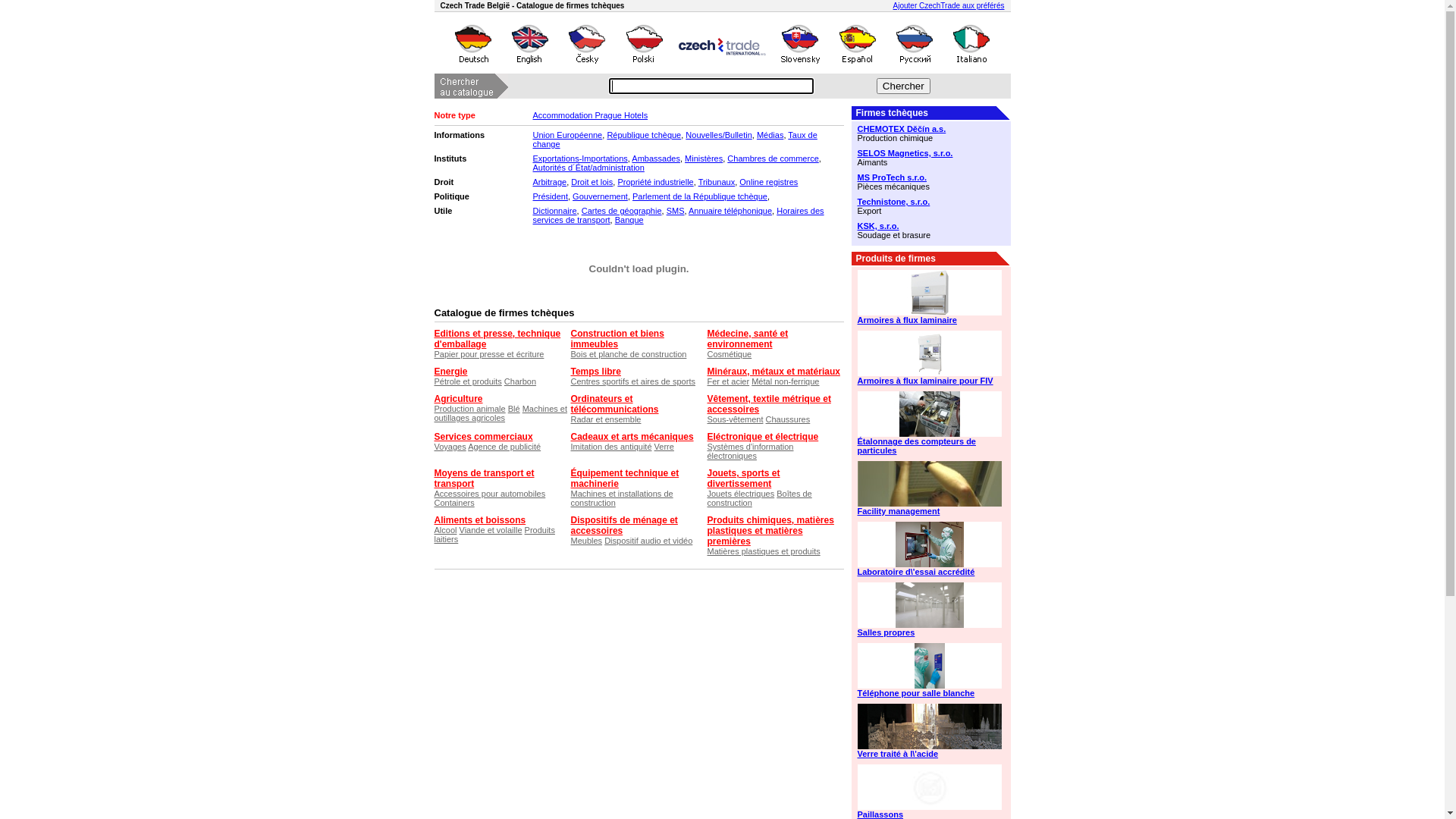 The width and height of the screenshot is (1456, 819). What do you see at coordinates (664, 446) in the screenshot?
I see `'Verre'` at bounding box center [664, 446].